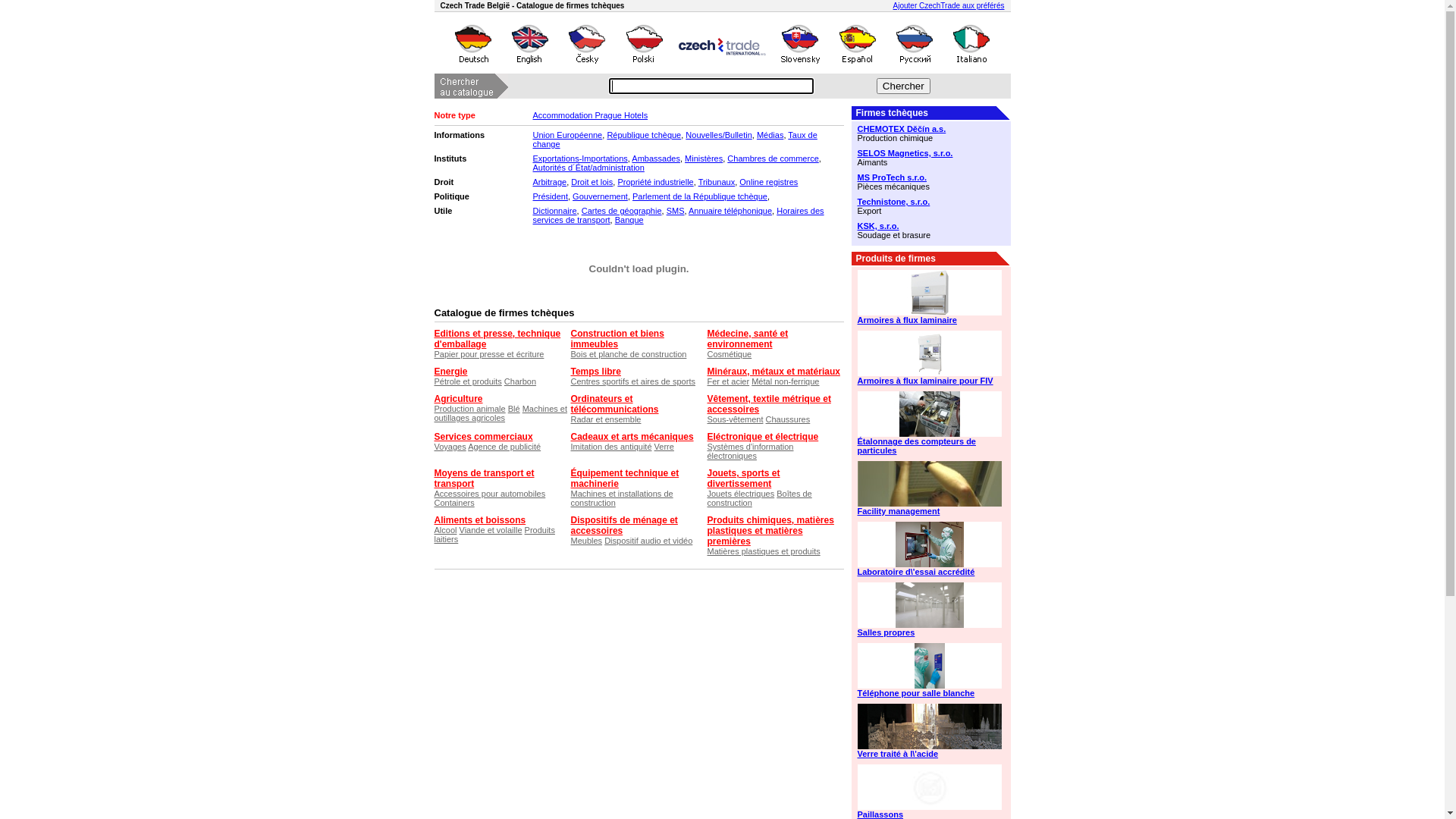 The width and height of the screenshot is (1456, 819). What do you see at coordinates (664, 446) in the screenshot?
I see `'Verre'` at bounding box center [664, 446].